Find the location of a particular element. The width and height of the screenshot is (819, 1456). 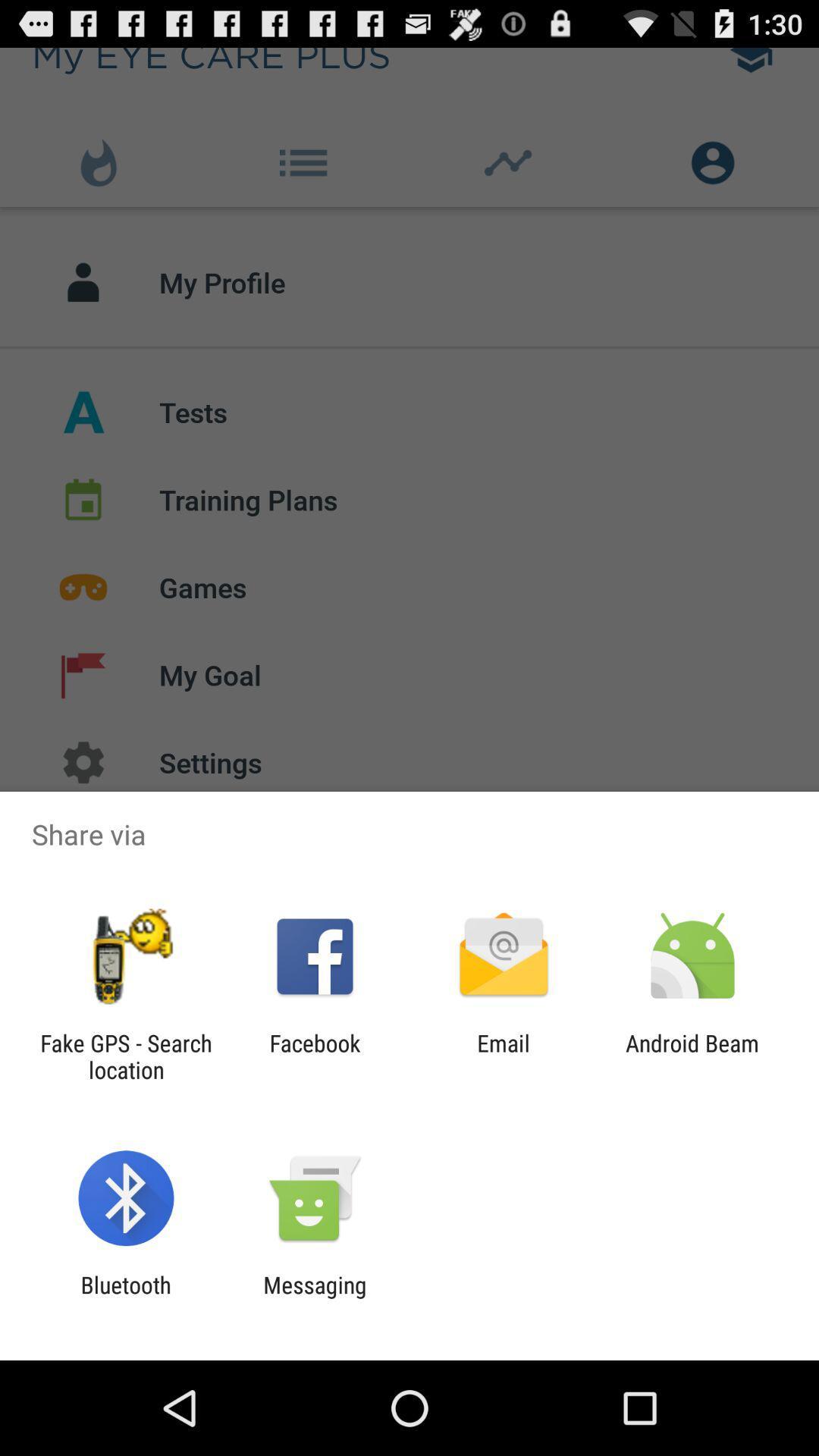

facebook app is located at coordinates (314, 1056).